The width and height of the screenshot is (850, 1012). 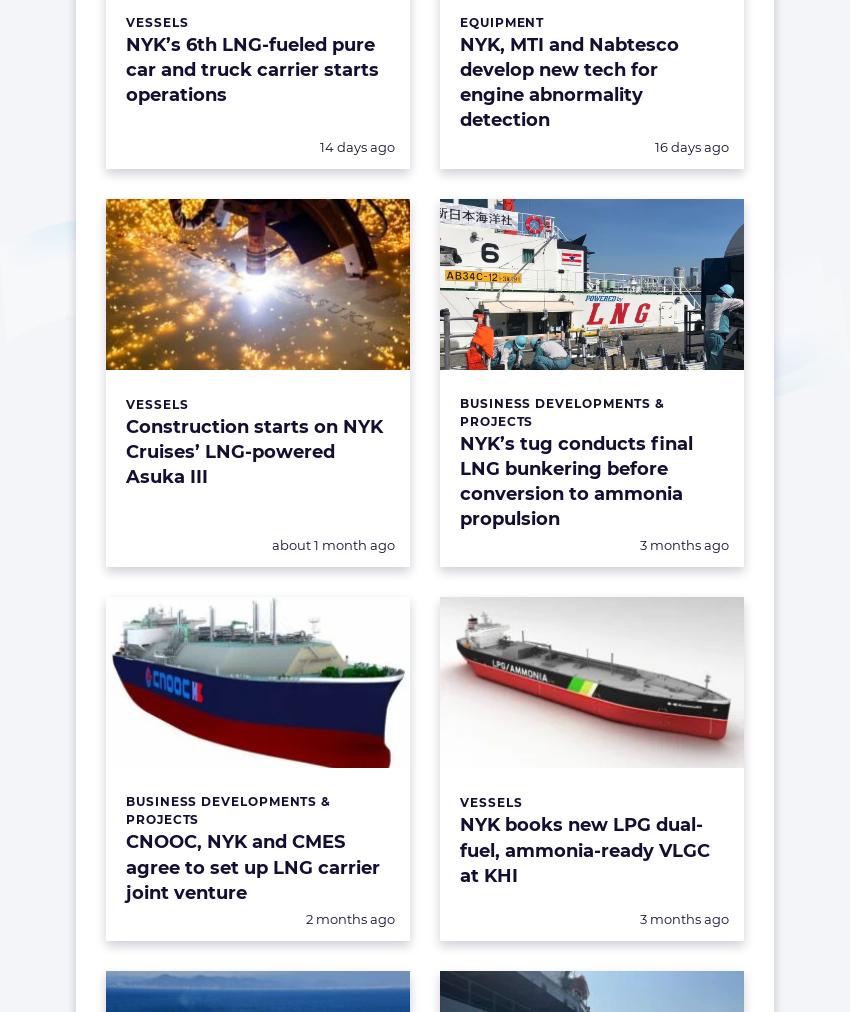 What do you see at coordinates (690, 146) in the screenshot?
I see `'16 days ago'` at bounding box center [690, 146].